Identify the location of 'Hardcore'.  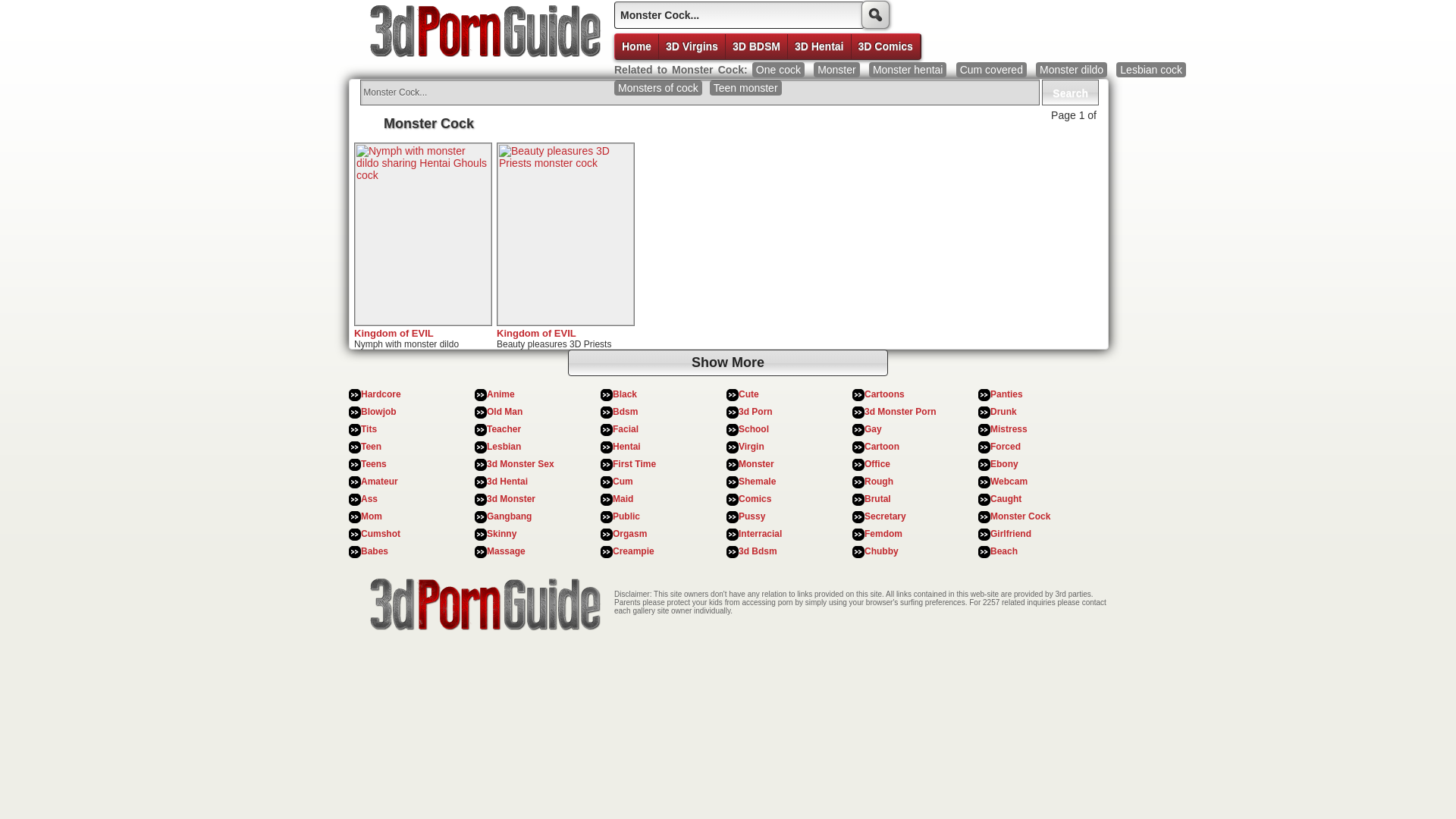
(381, 394).